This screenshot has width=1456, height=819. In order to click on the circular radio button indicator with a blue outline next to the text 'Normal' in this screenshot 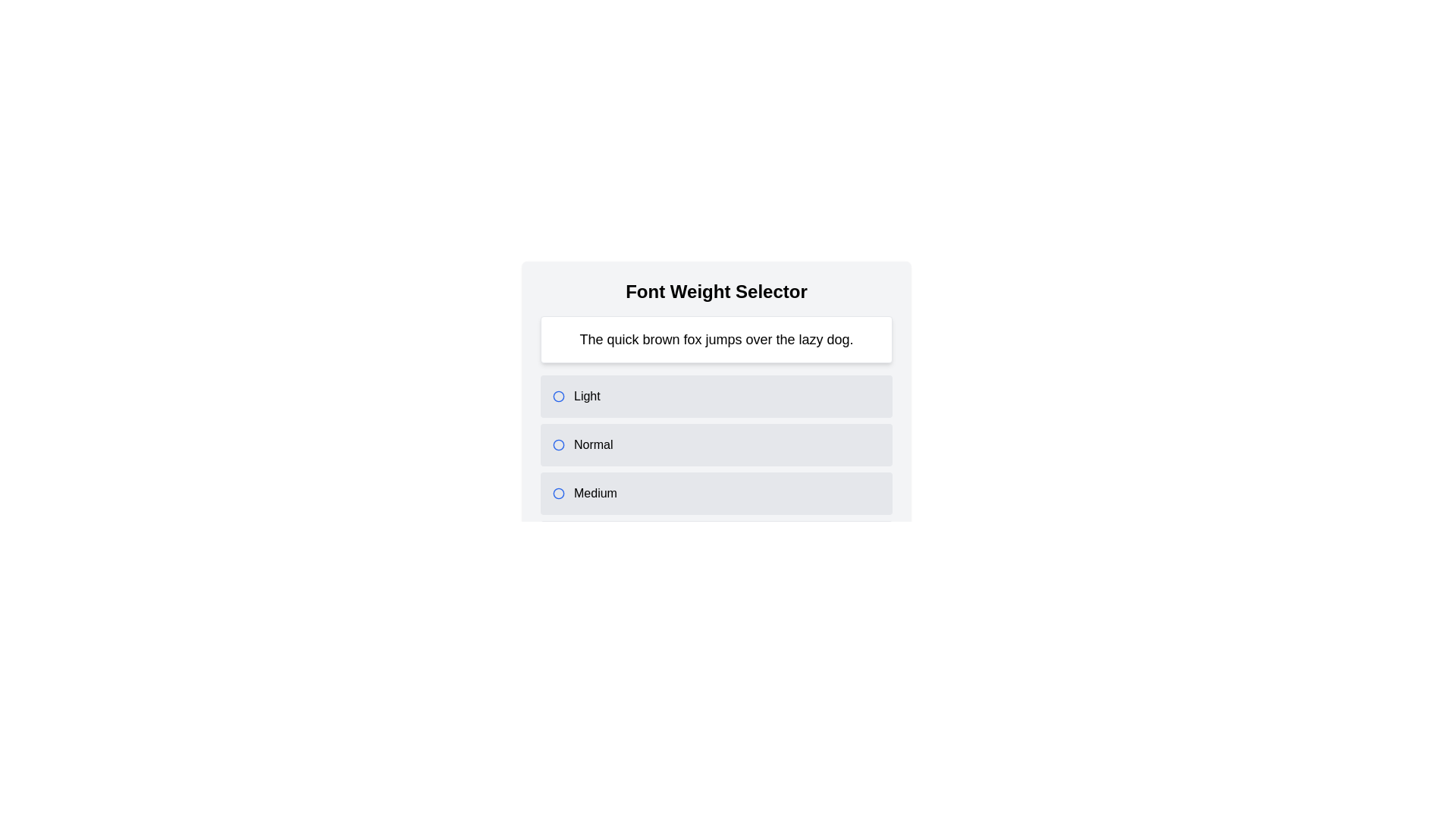, I will do `click(558, 444)`.